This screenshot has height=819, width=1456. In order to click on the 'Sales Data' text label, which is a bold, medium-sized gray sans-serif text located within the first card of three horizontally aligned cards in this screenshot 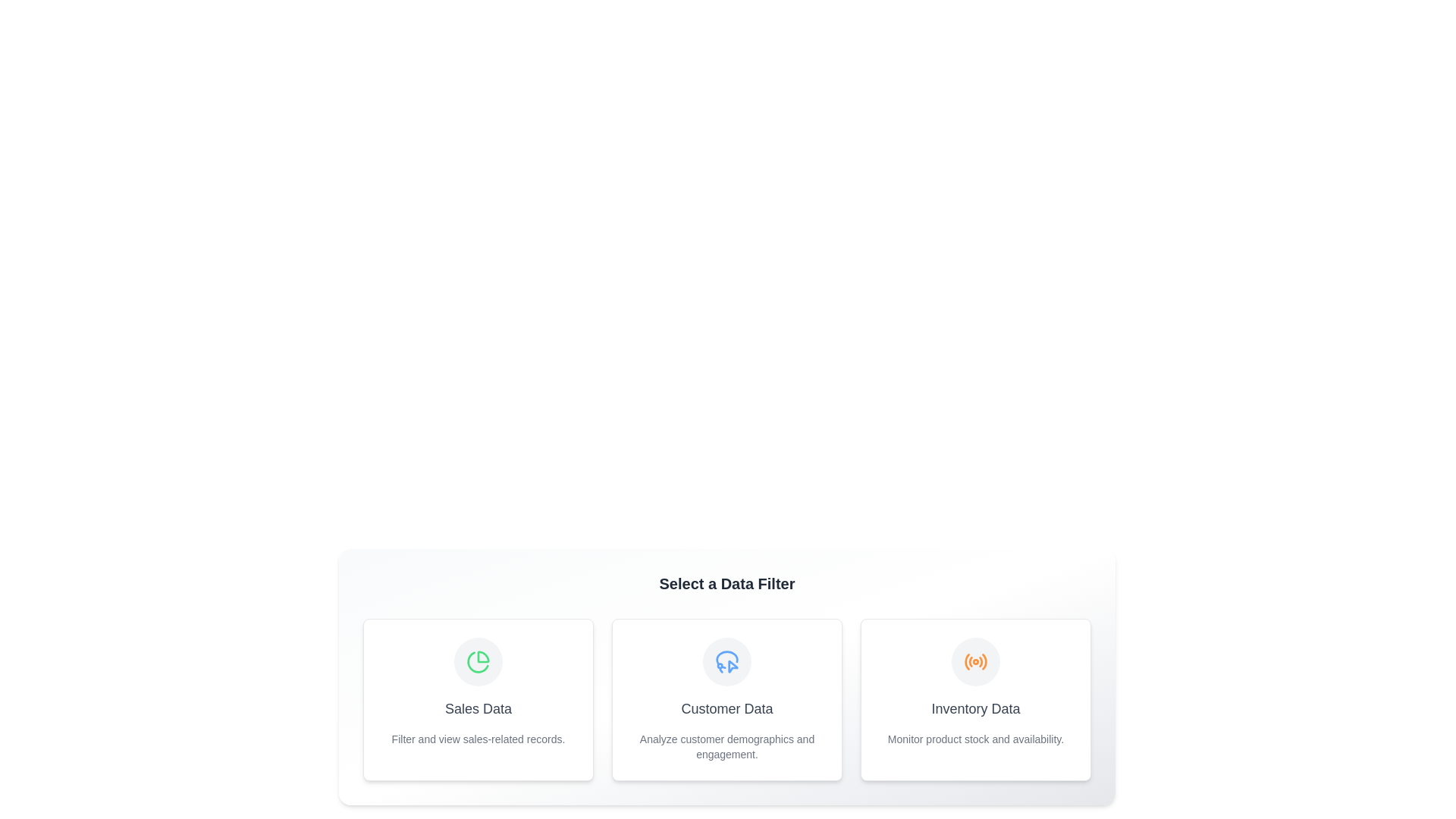, I will do `click(477, 708)`.